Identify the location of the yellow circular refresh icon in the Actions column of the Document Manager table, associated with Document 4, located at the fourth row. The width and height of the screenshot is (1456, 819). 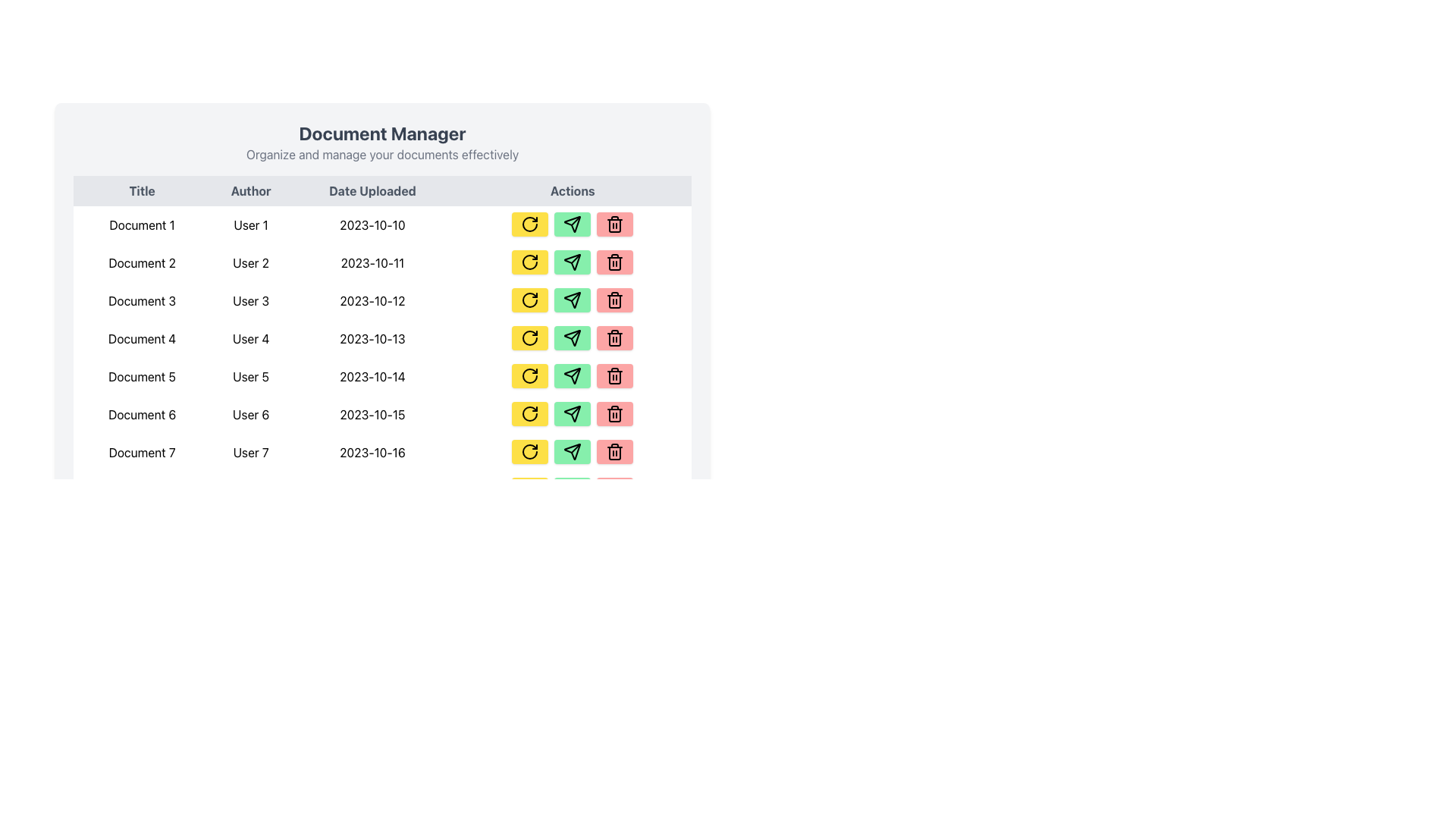
(530, 337).